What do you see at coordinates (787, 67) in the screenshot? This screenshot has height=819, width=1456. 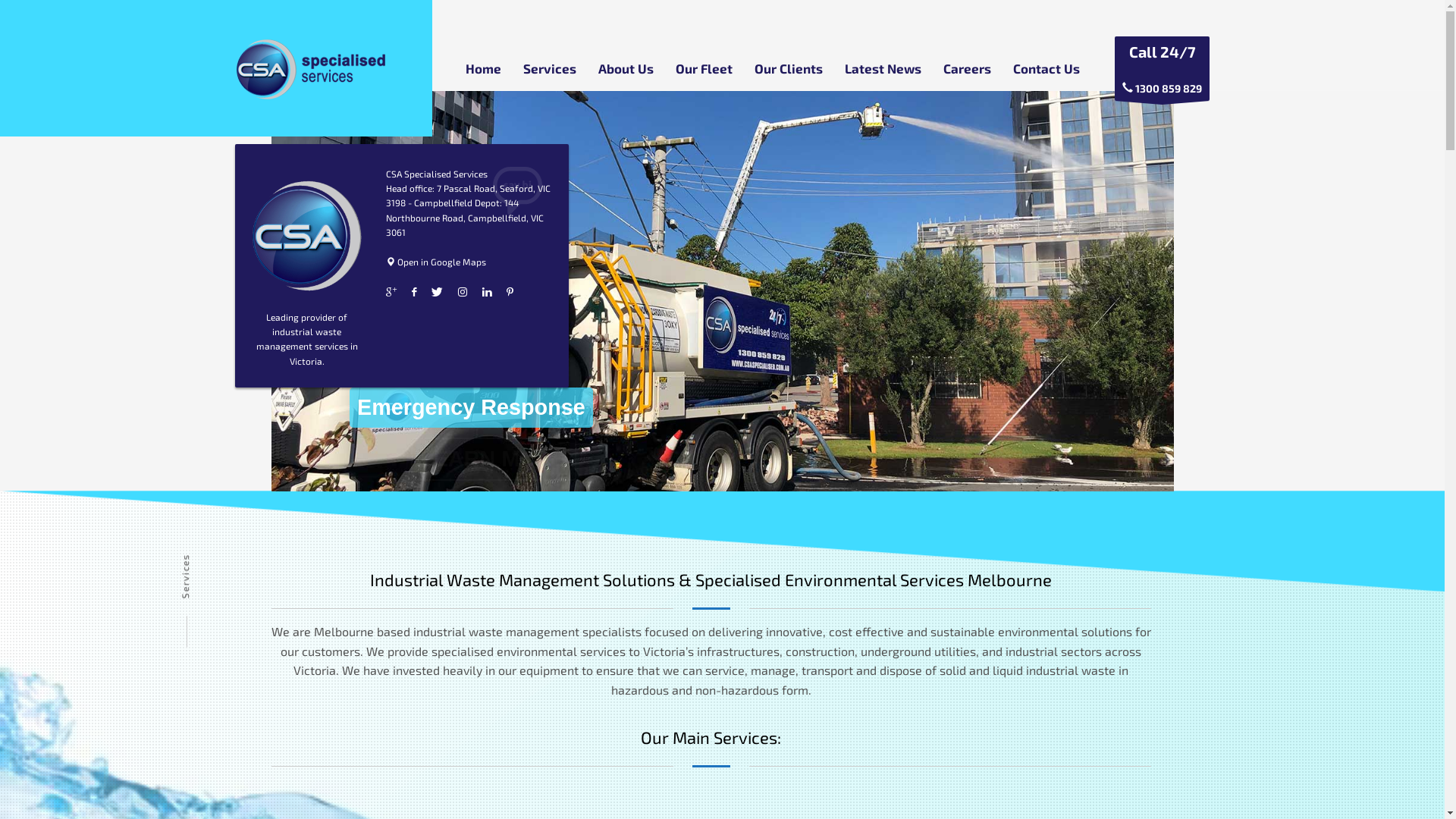 I see `'Our Clients'` at bounding box center [787, 67].